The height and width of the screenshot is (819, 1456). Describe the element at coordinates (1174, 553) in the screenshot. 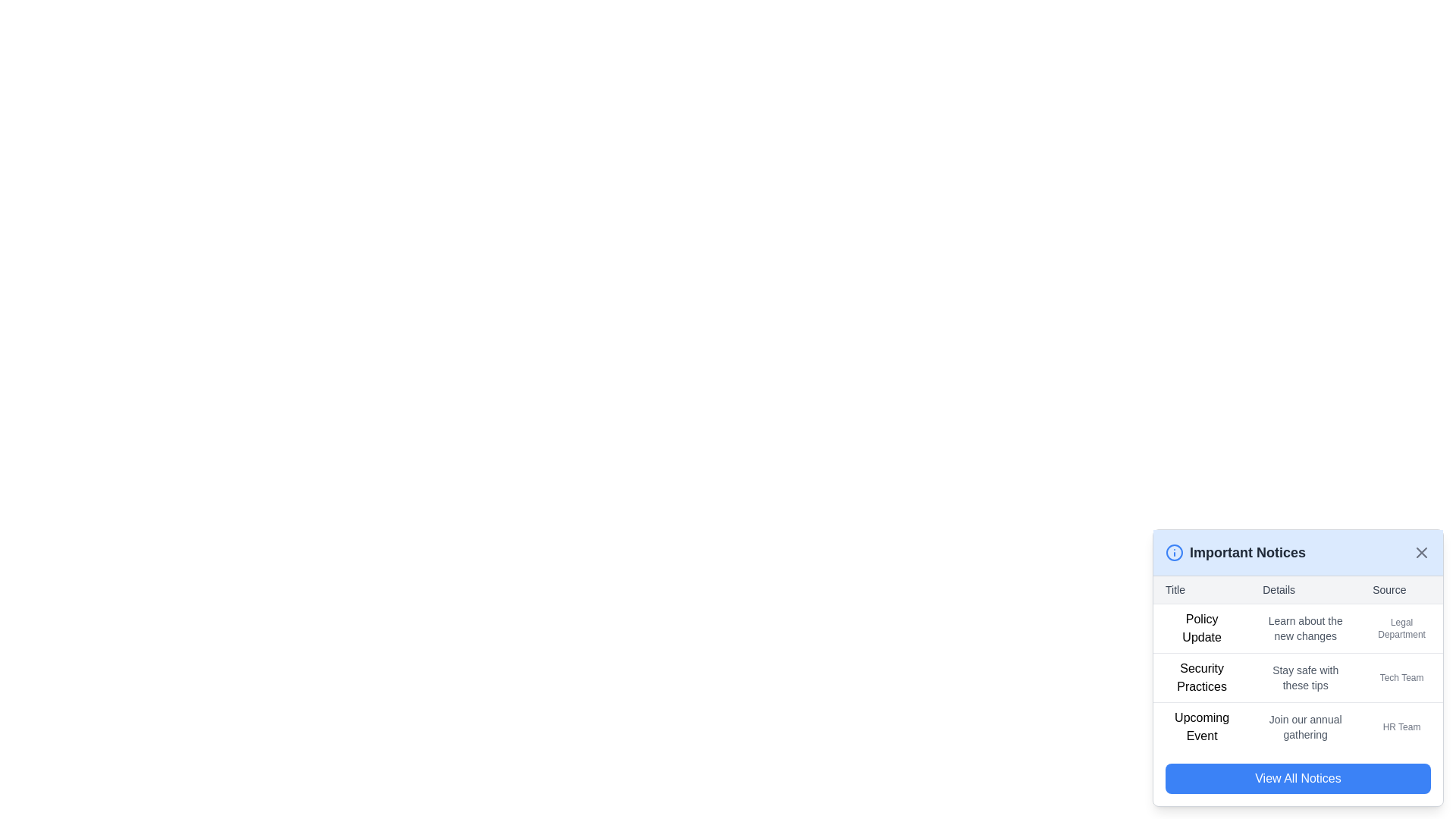

I see `the informational icon located to the left of the title text 'Important Notices' in the header section` at that location.